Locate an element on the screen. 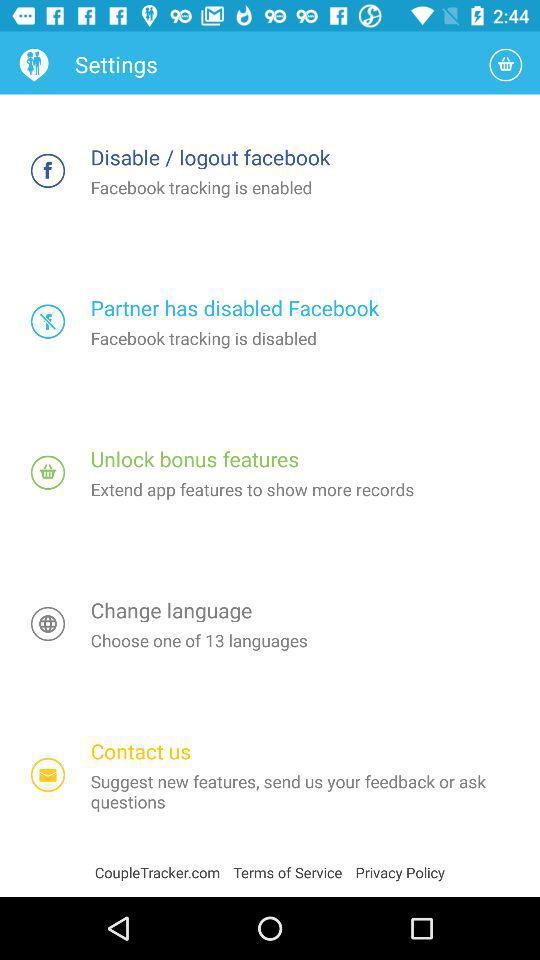 This screenshot has width=540, height=960. the item next to the terms of service icon is located at coordinates (400, 871).